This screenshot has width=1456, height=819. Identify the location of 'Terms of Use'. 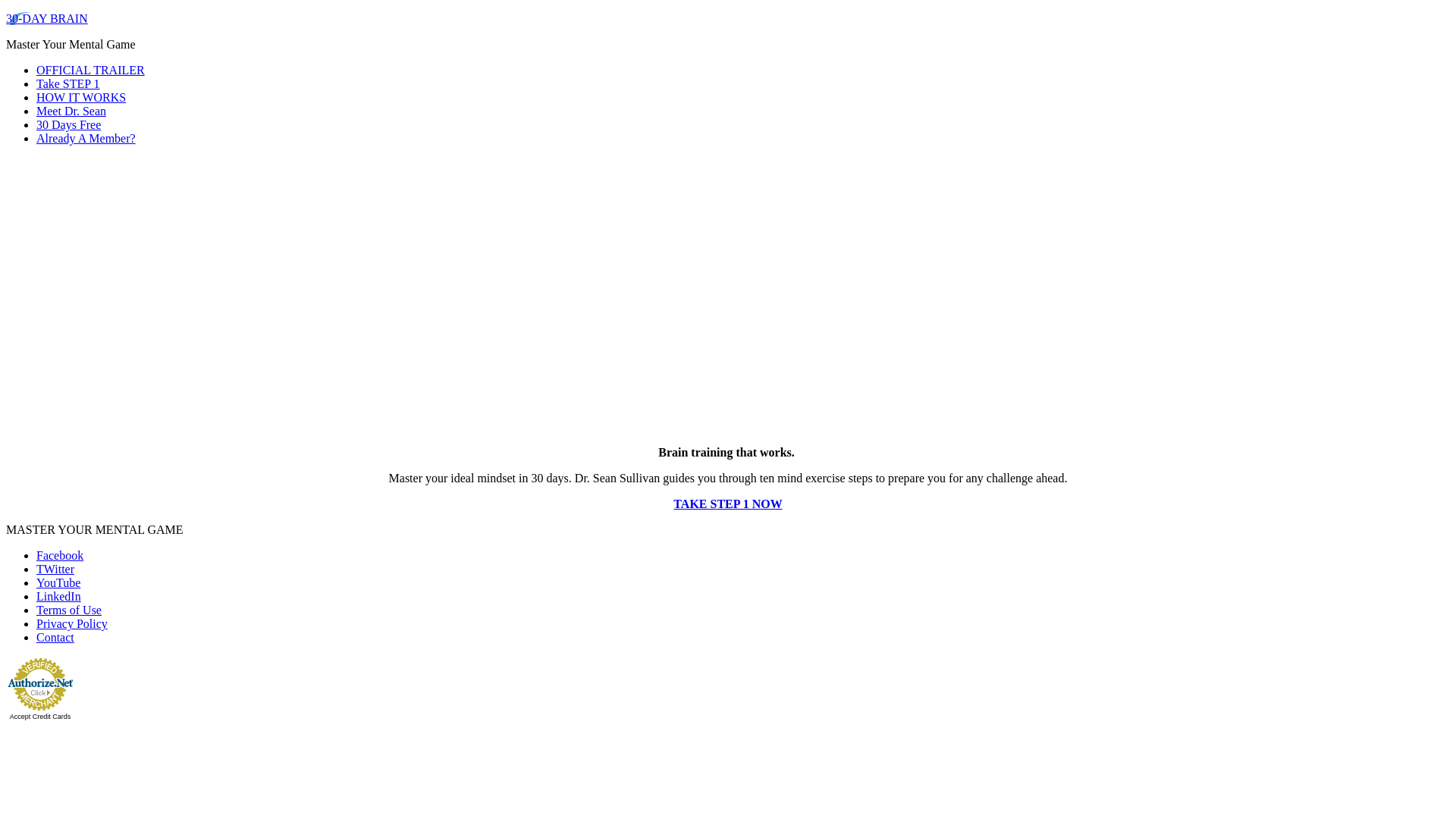
(36, 609).